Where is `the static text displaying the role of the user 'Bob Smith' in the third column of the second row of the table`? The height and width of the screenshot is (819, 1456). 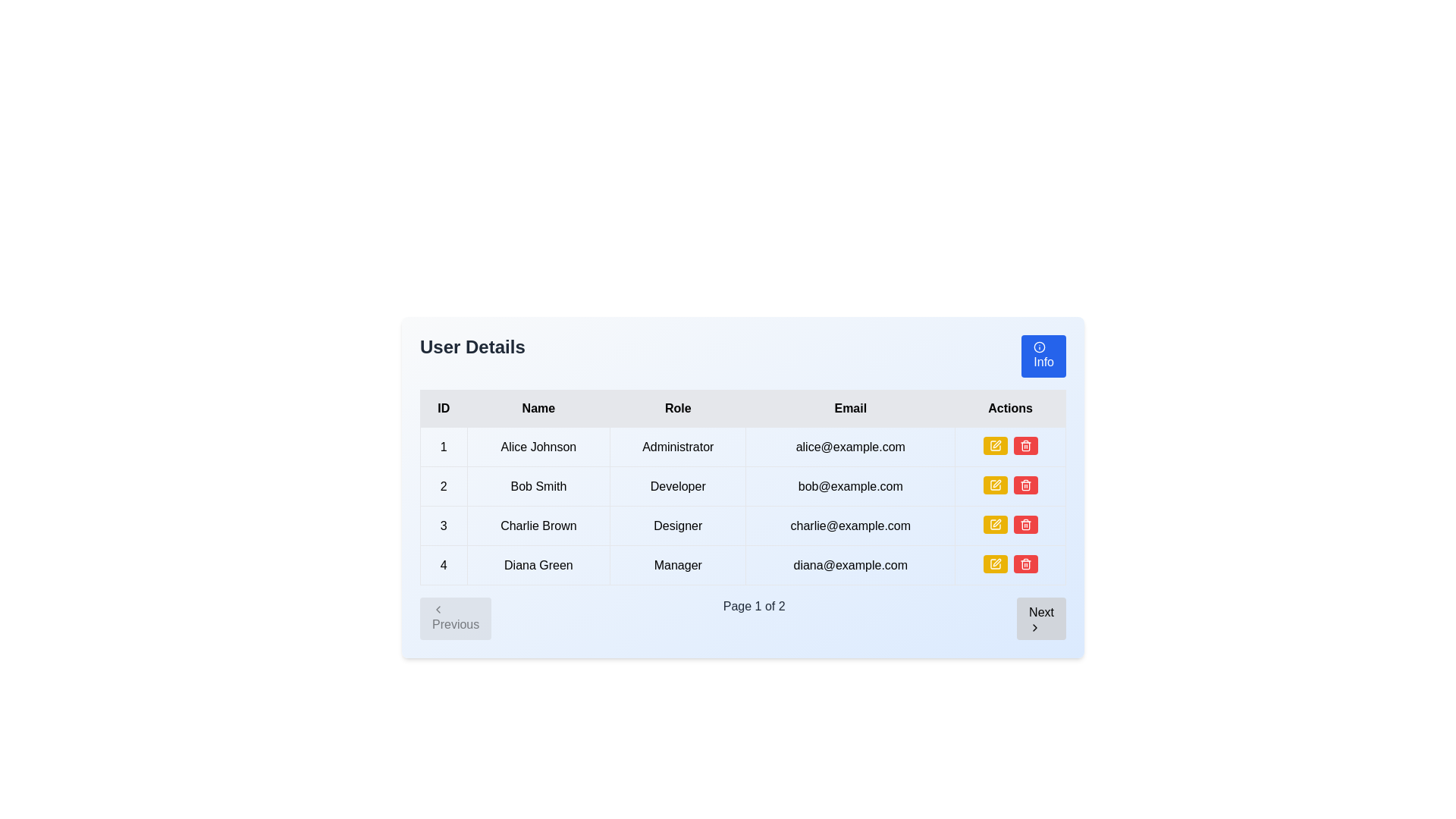
the static text displaying the role of the user 'Bob Smith' in the third column of the second row of the table is located at coordinates (677, 486).